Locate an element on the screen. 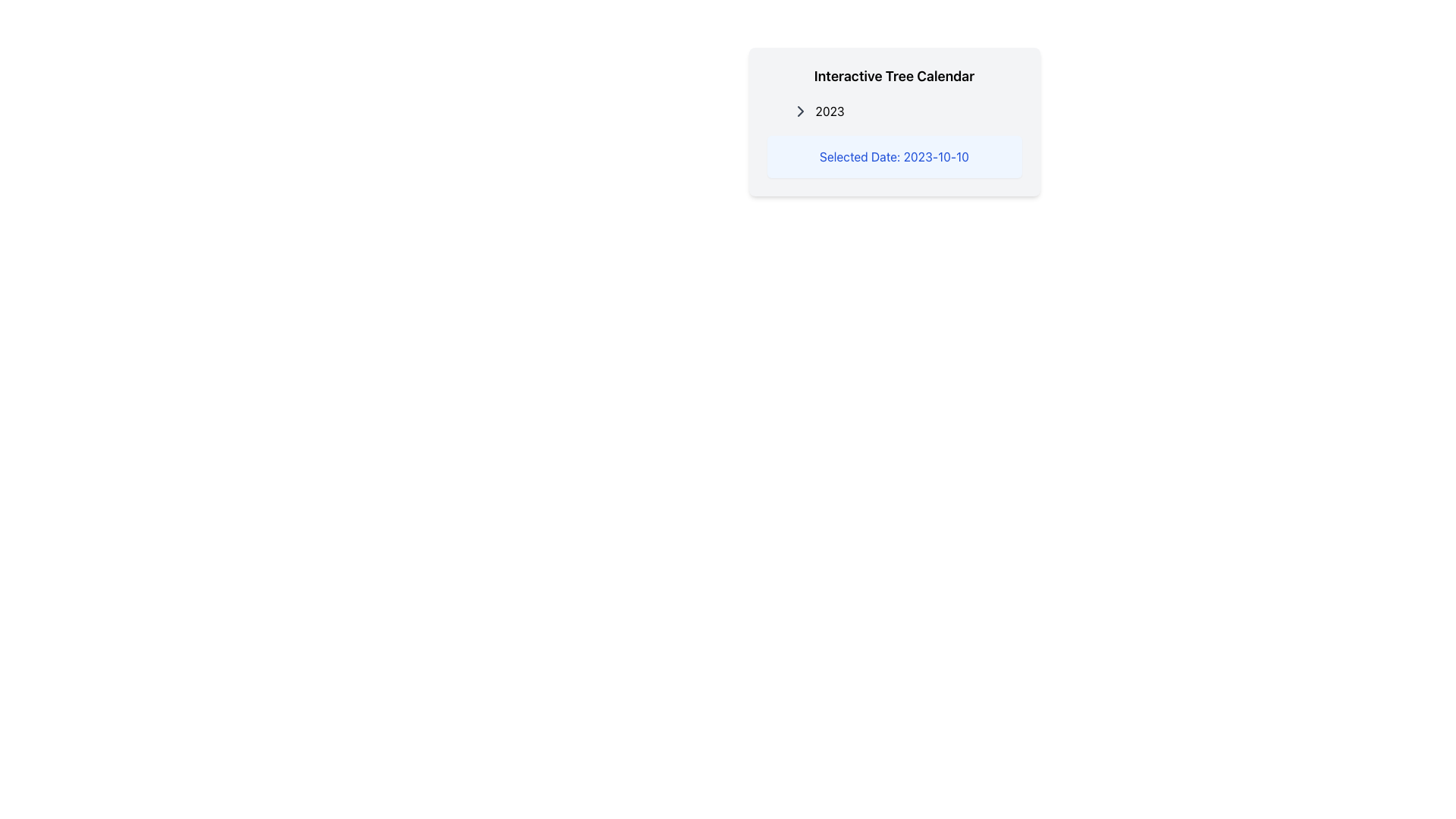  date displayed in the text label that shows the currently selected date, which is located below the 'Interactive Tree Calendar' heading and the text '2023' is located at coordinates (894, 157).